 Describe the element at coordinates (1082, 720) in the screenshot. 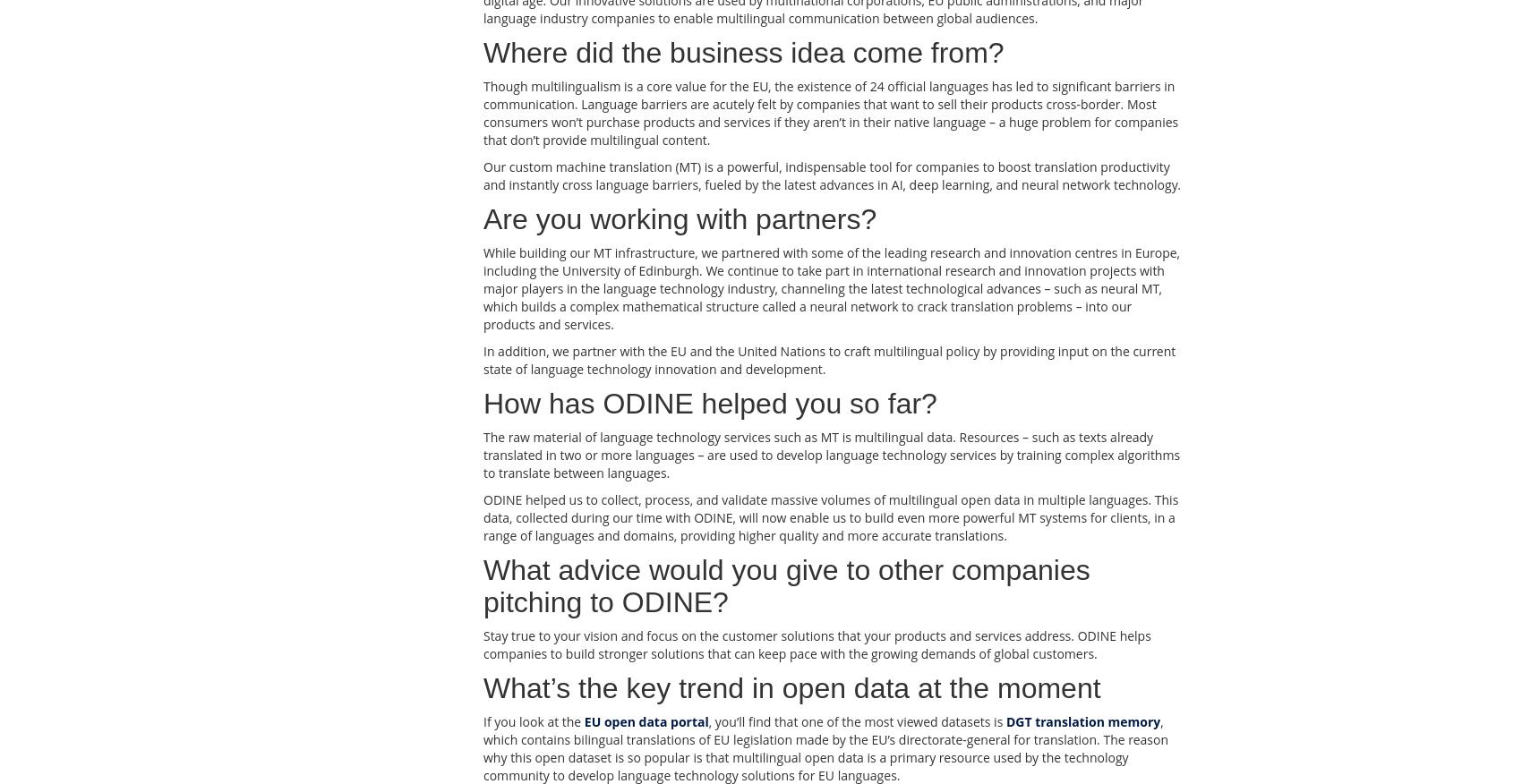

I see `'DGT translation memory'` at that location.